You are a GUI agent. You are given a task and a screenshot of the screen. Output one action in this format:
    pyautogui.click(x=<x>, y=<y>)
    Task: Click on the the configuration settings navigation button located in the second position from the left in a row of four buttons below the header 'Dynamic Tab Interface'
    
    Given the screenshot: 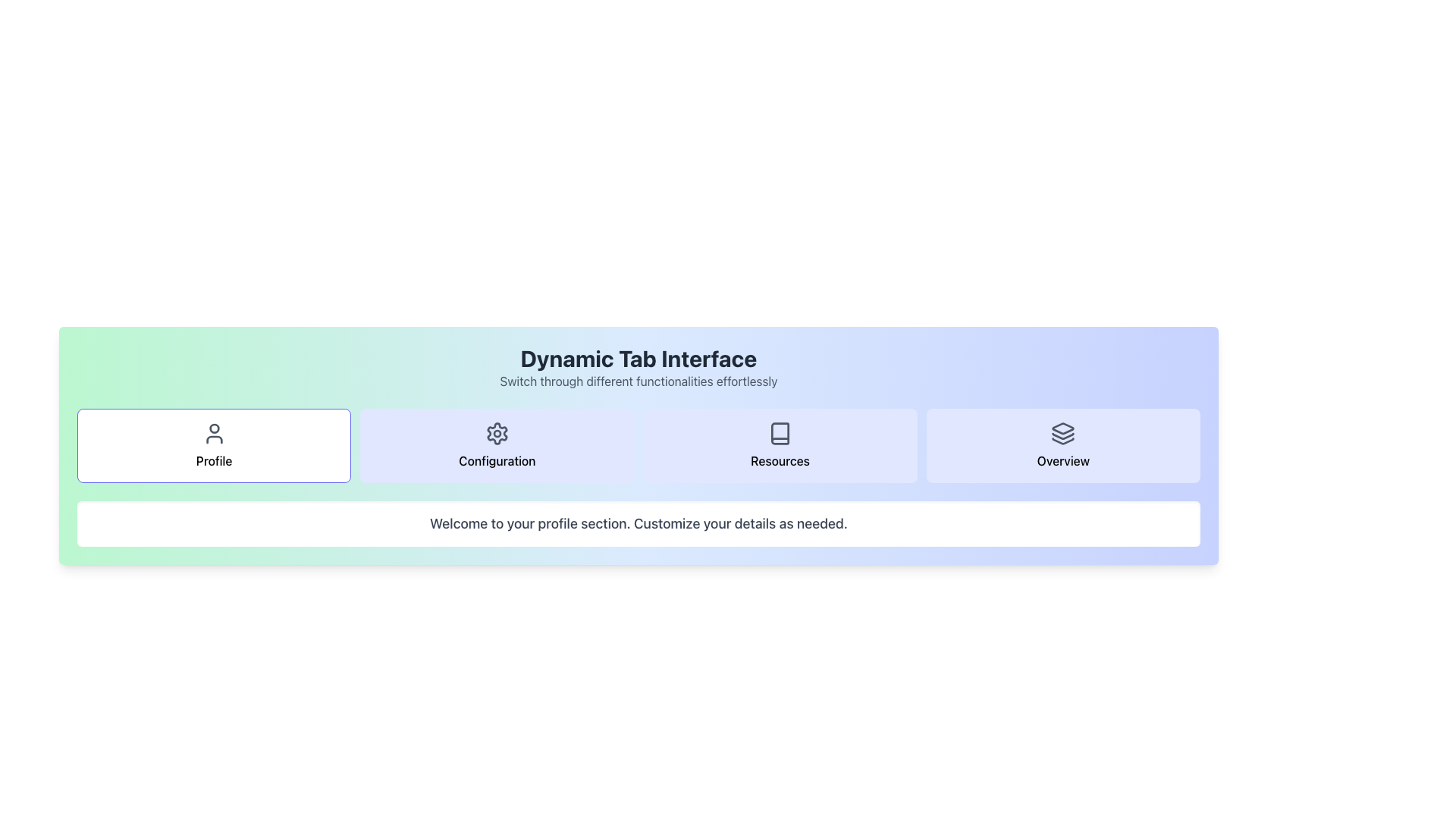 What is the action you would take?
    pyautogui.click(x=497, y=444)
    